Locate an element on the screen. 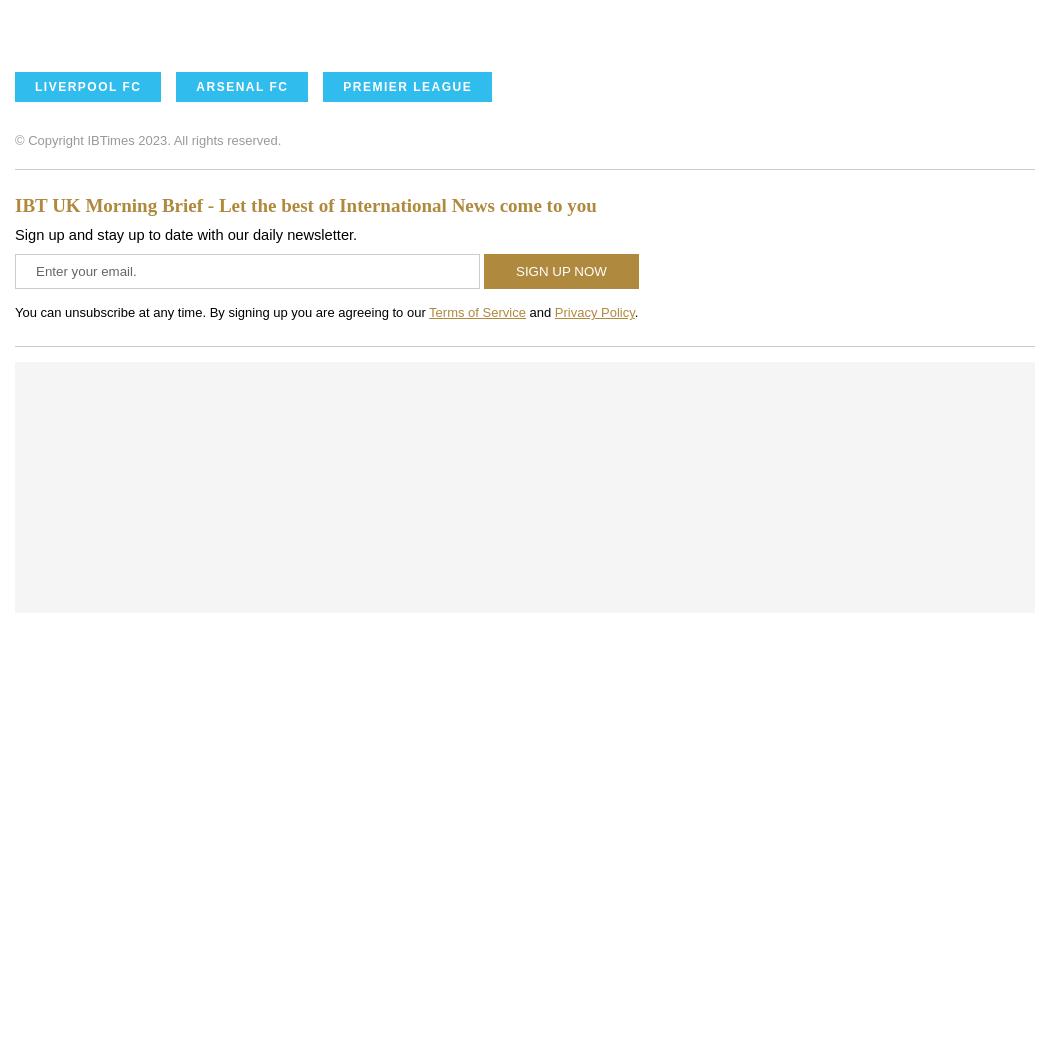  'Liverpool FC' is located at coordinates (34, 86).